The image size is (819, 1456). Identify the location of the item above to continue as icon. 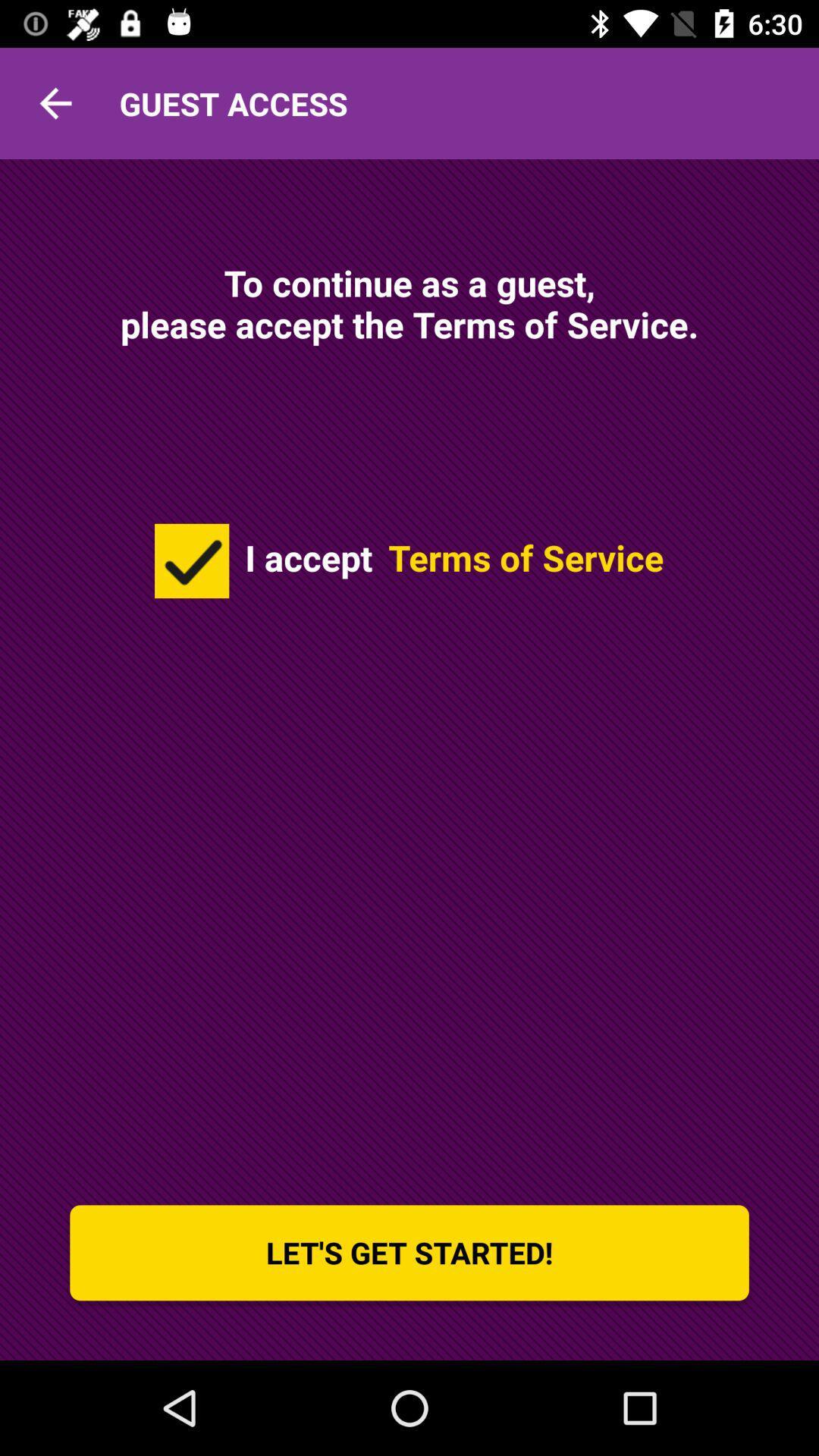
(55, 102).